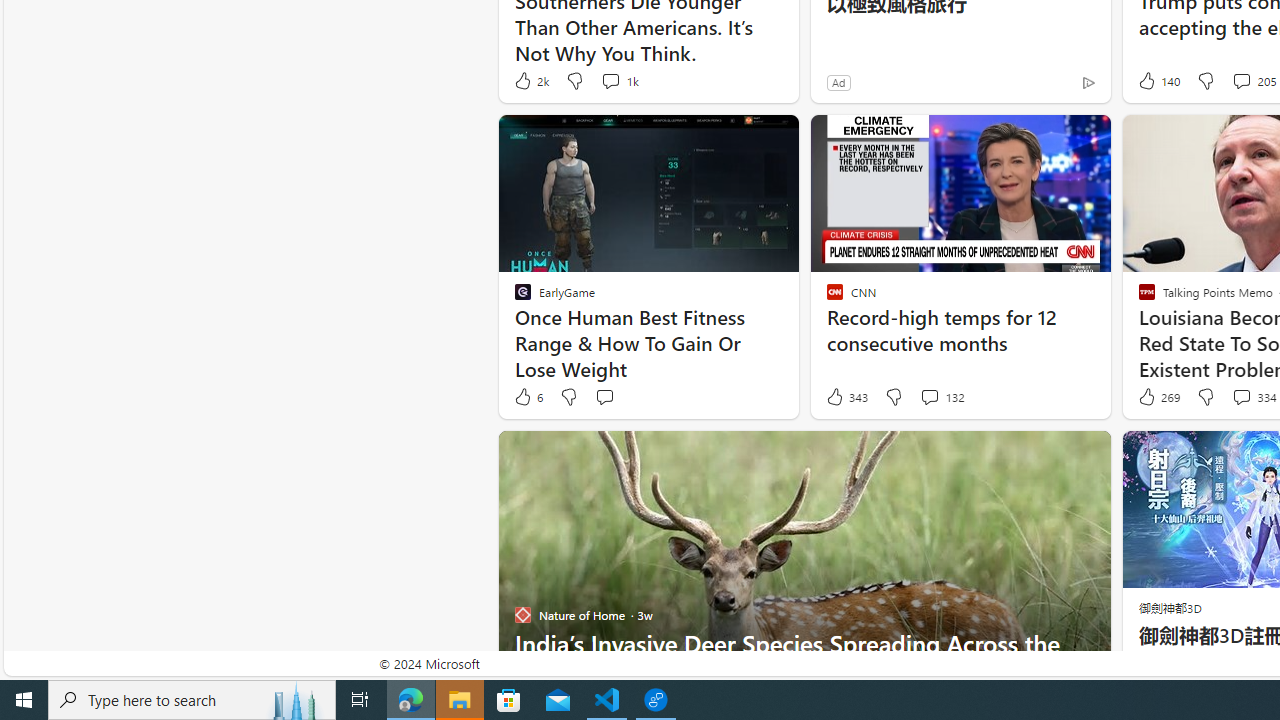 This screenshot has height=720, width=1280. I want to click on '269 Like', so click(1157, 397).